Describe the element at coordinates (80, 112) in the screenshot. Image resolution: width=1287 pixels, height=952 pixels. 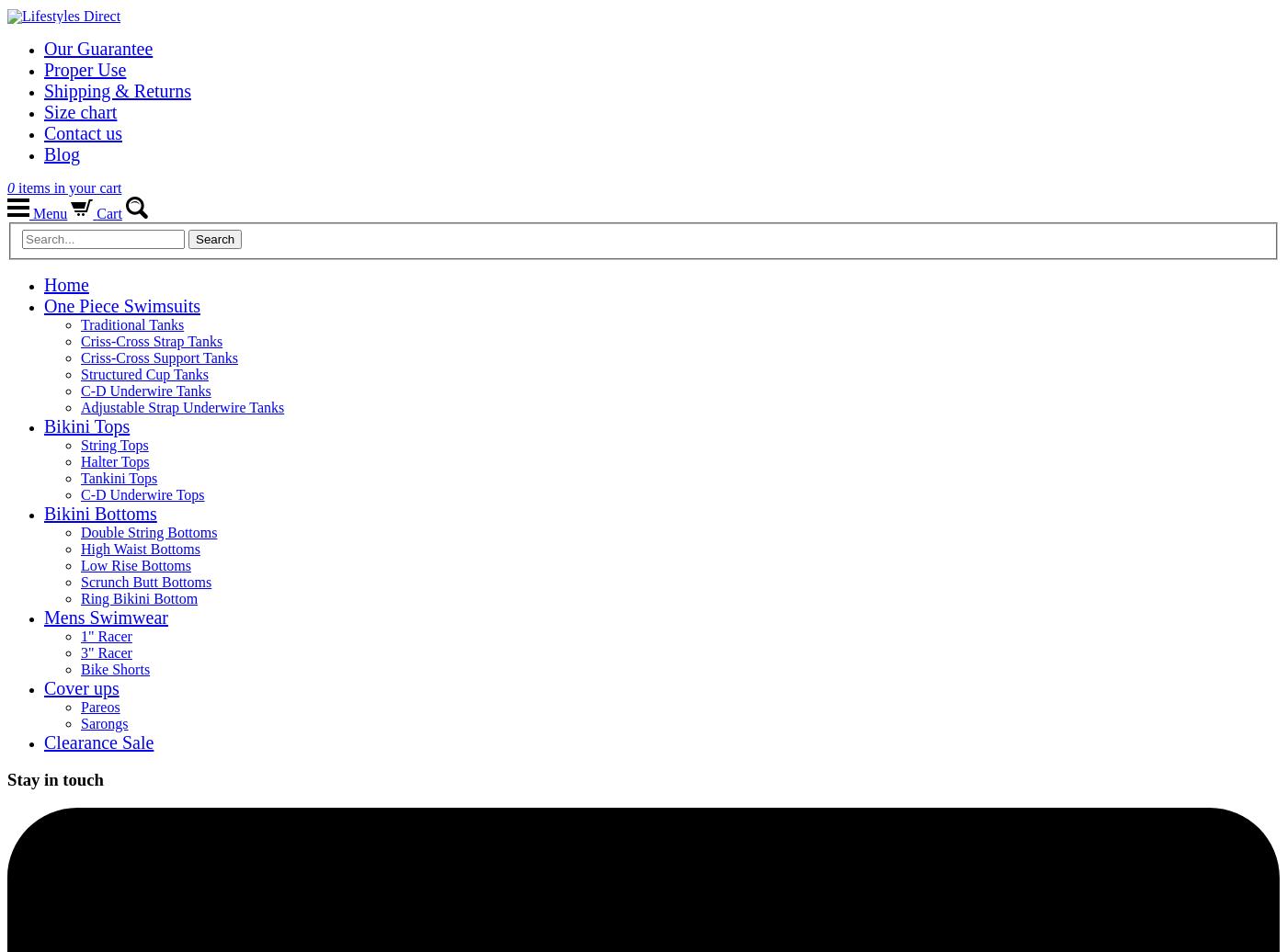
I see `'Size chart'` at that location.